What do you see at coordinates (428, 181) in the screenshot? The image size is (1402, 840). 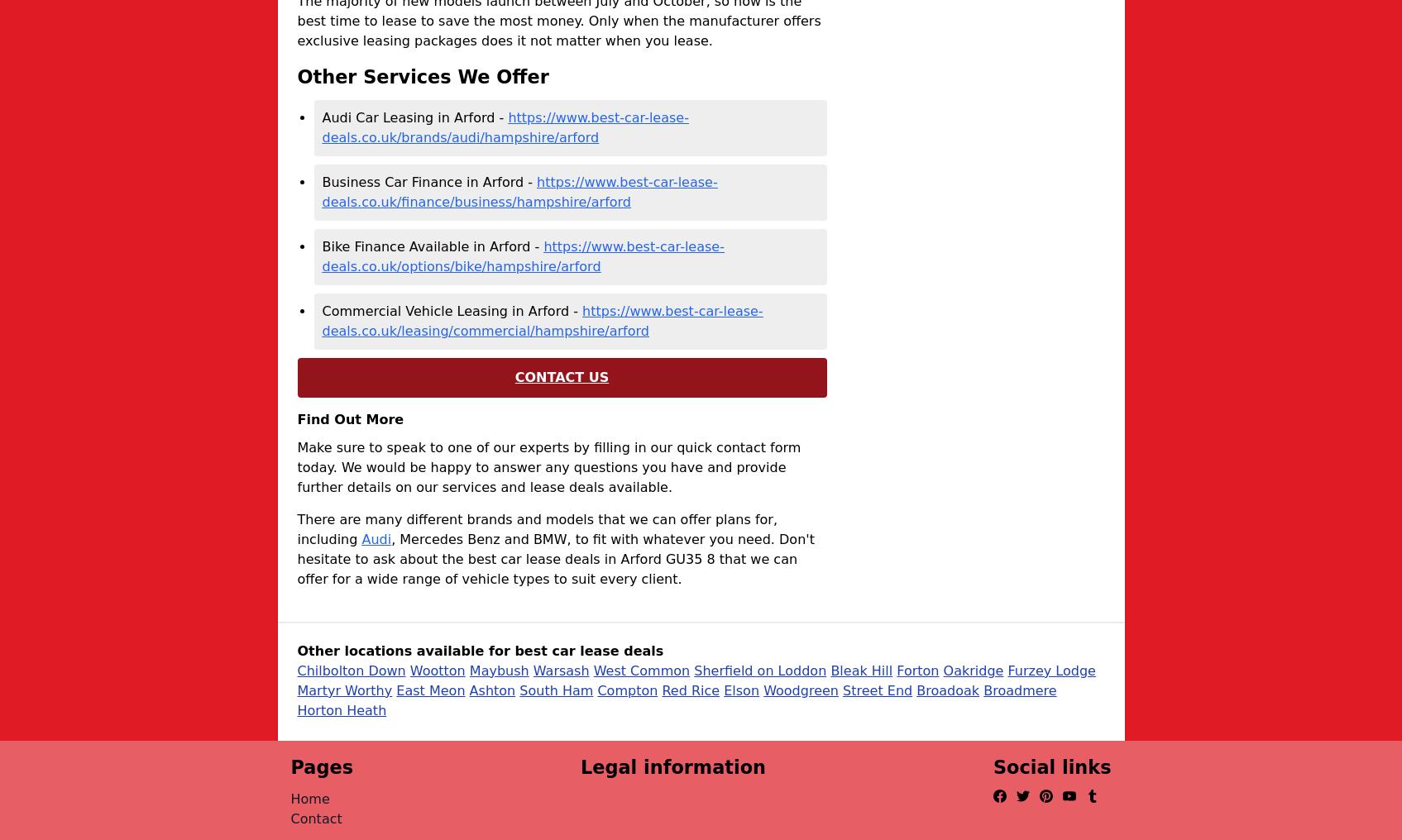 I see `'Business Car Finance in Arford -'` at bounding box center [428, 181].